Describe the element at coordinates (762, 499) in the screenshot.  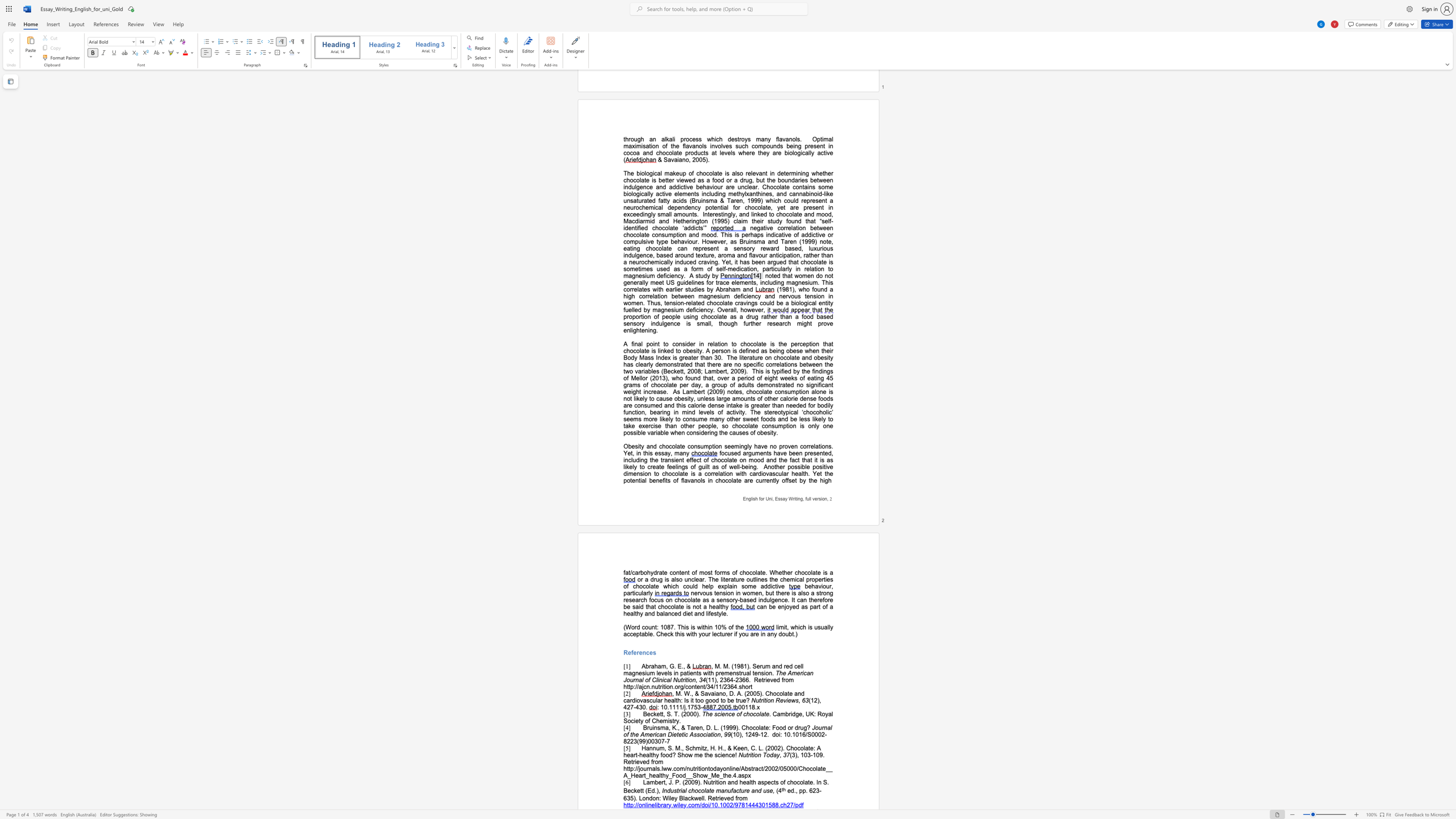
I see `the subset text "r Uni, Essay Writing, full version" within the text "English for Uni, Essay Writing, full version,"` at that location.